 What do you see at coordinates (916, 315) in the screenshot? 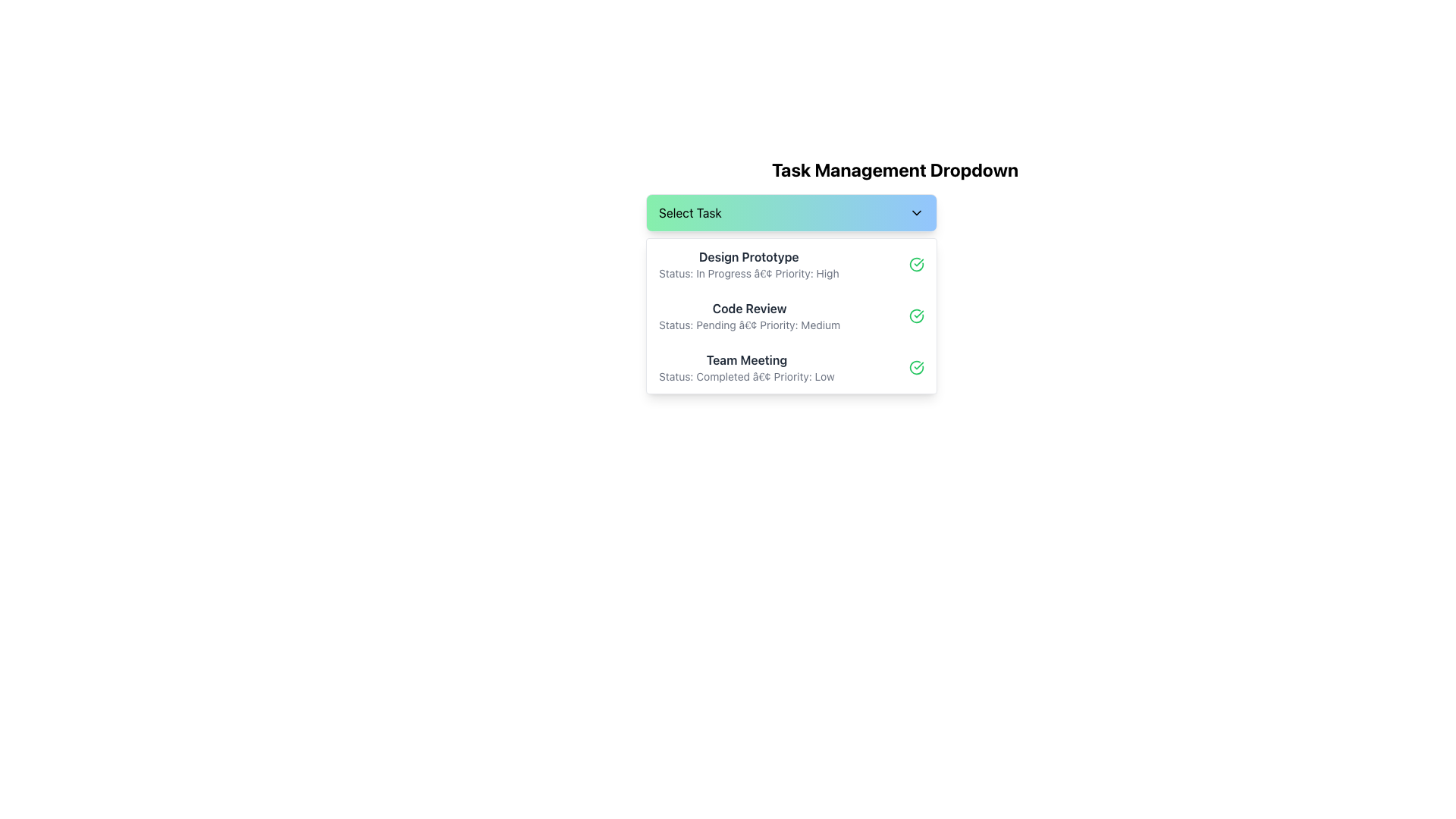
I see `the success icon with a checkmark in the 'Code Review' row of the 'Task Management Dropdown', located at the far right near 'Status: Pending • Priority: Medium'` at bounding box center [916, 315].